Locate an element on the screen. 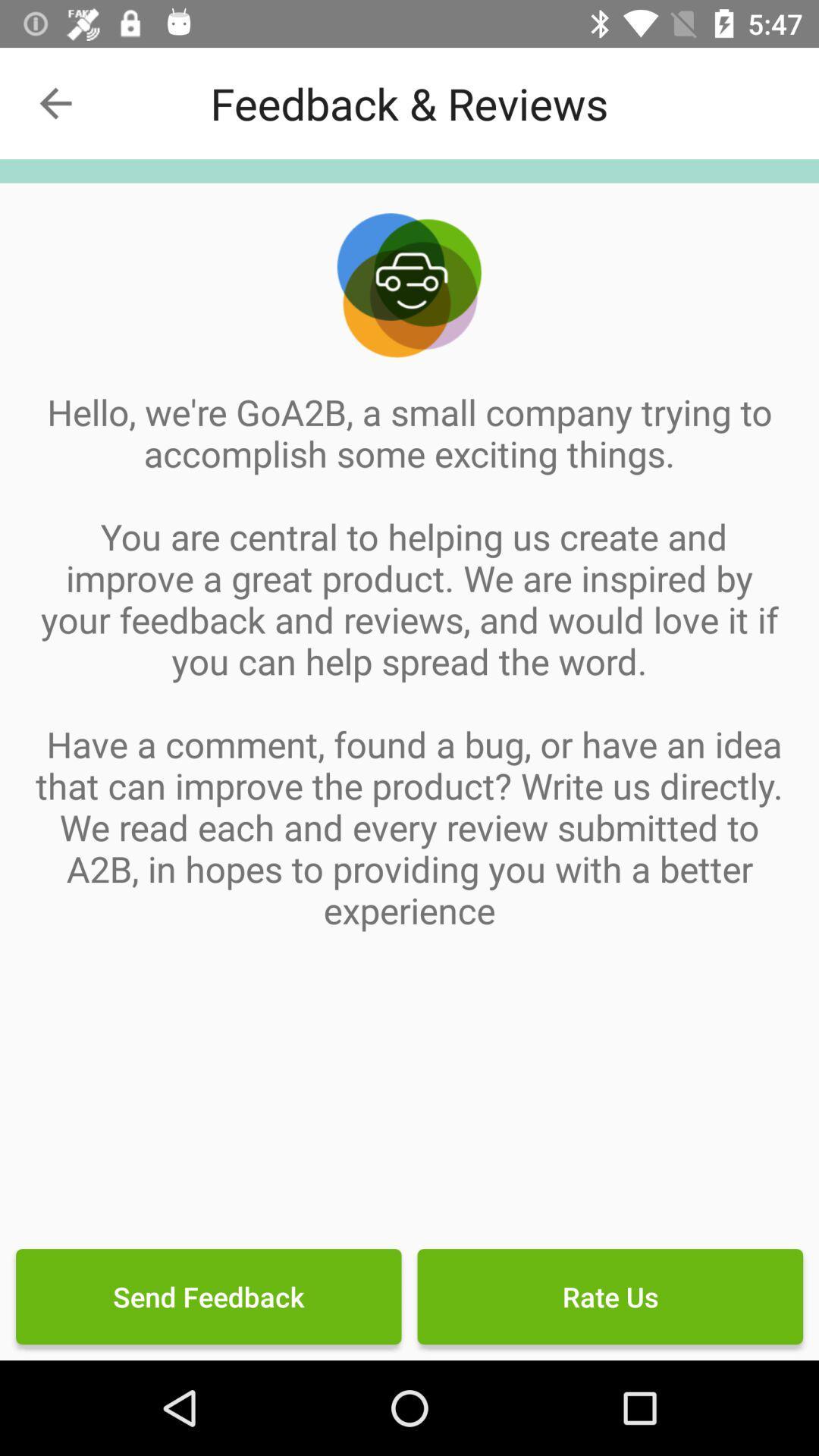 The height and width of the screenshot is (1456, 819). item below the hello we re item is located at coordinates (609, 1295).